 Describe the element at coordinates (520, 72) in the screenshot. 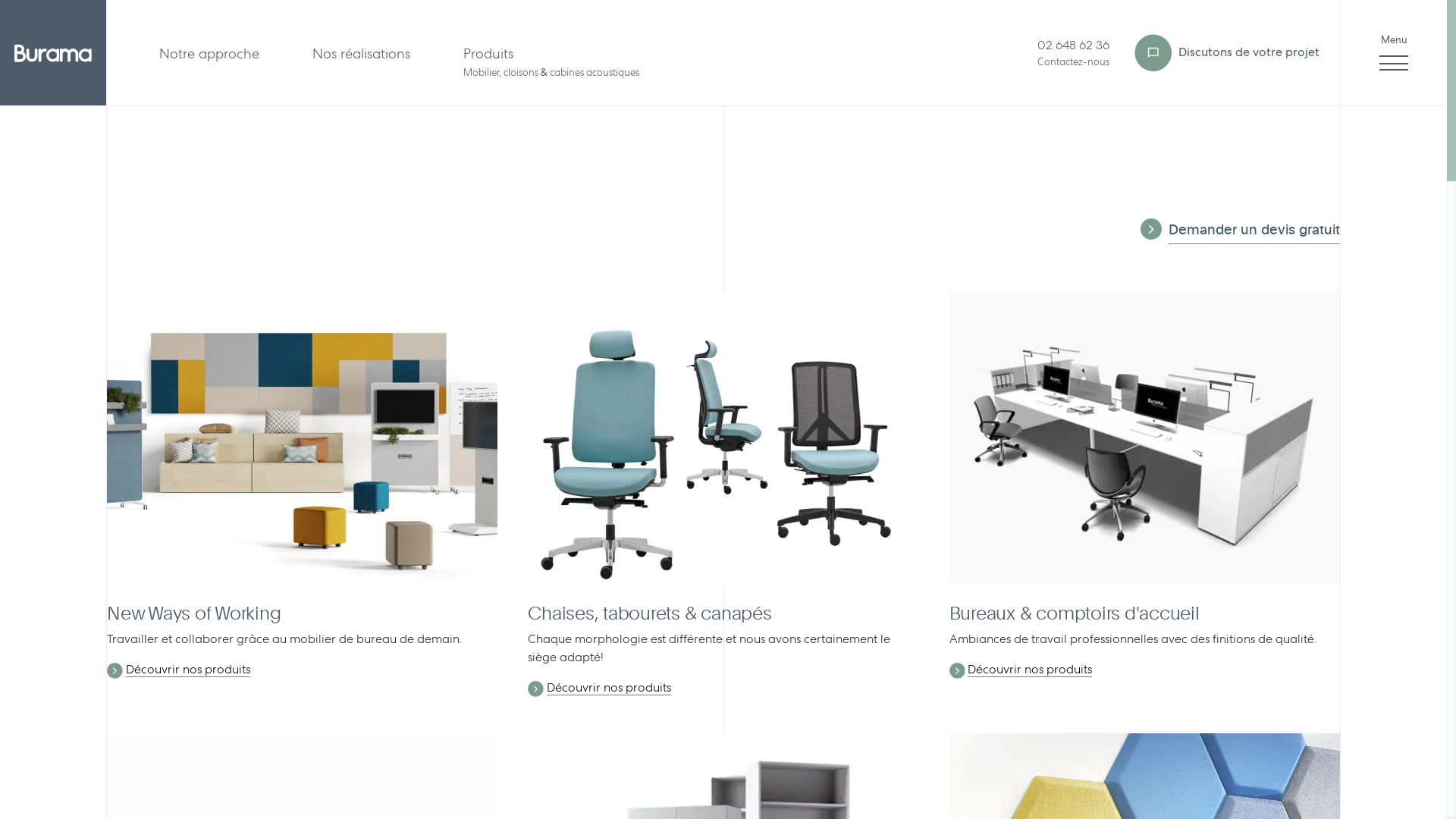

I see `'cloisons'` at that location.